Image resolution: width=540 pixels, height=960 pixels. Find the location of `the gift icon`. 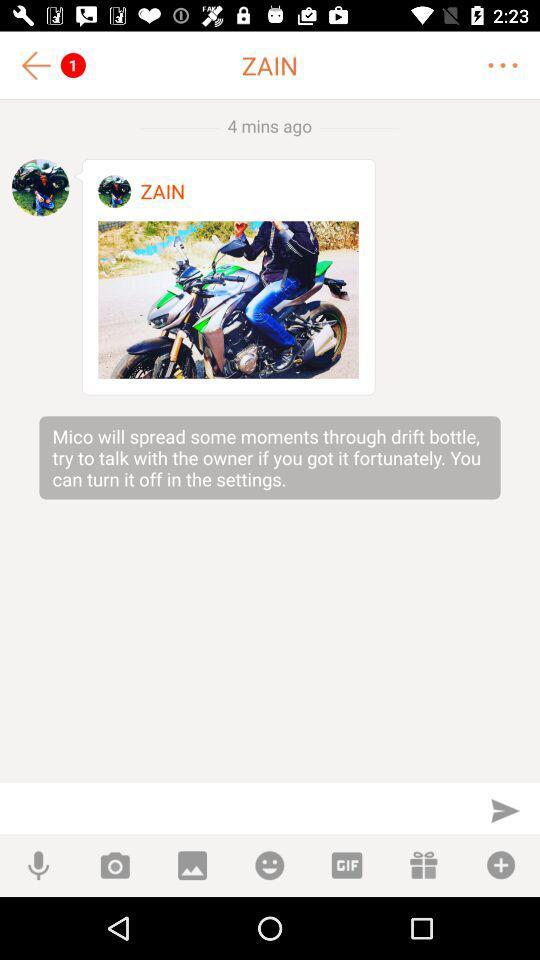

the gift icon is located at coordinates (423, 864).